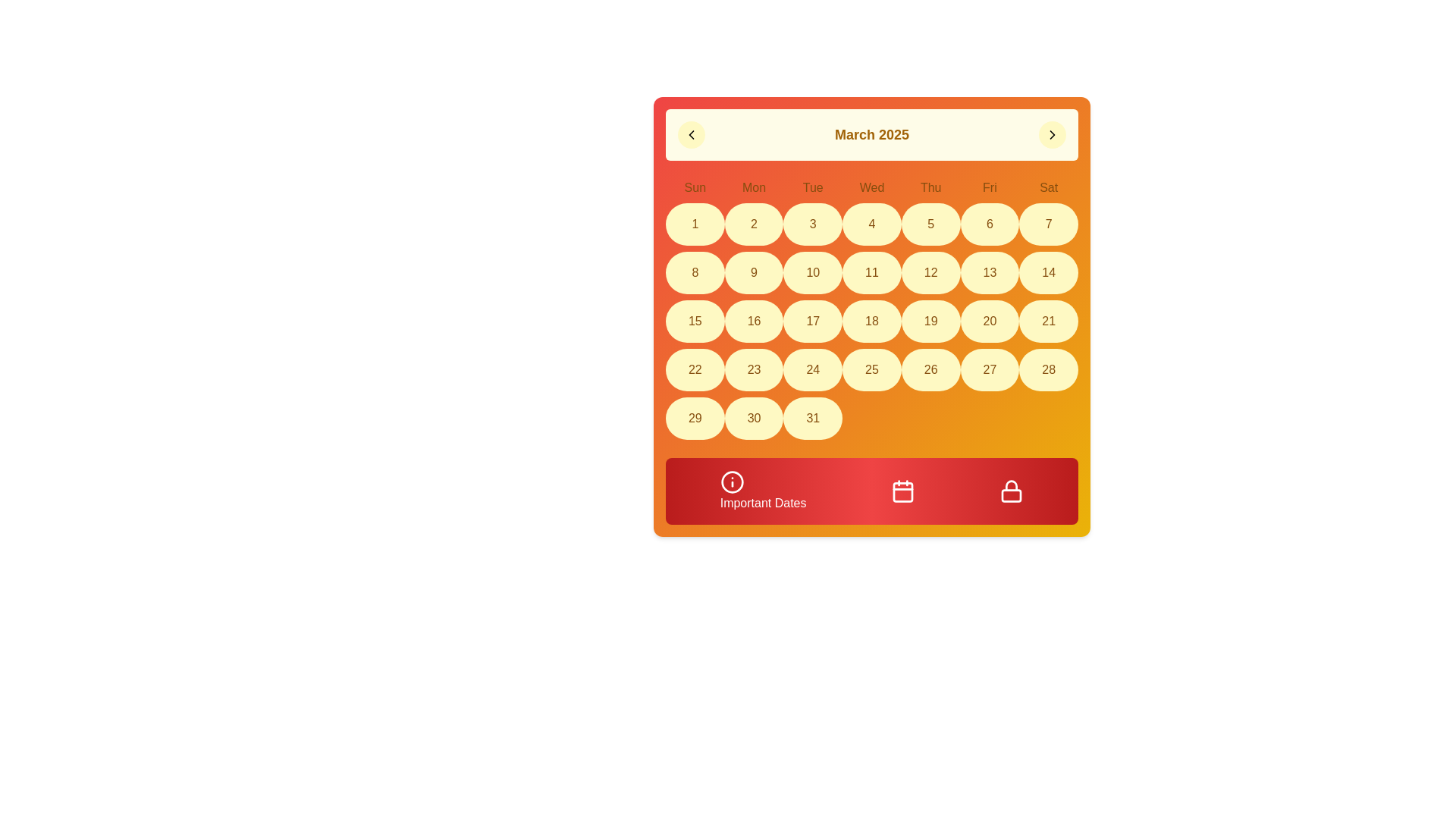 The image size is (1456, 819). Describe the element at coordinates (872, 309) in the screenshot. I see `the date in the calendar grid located centrally beneath the title 'March 2025'` at that location.